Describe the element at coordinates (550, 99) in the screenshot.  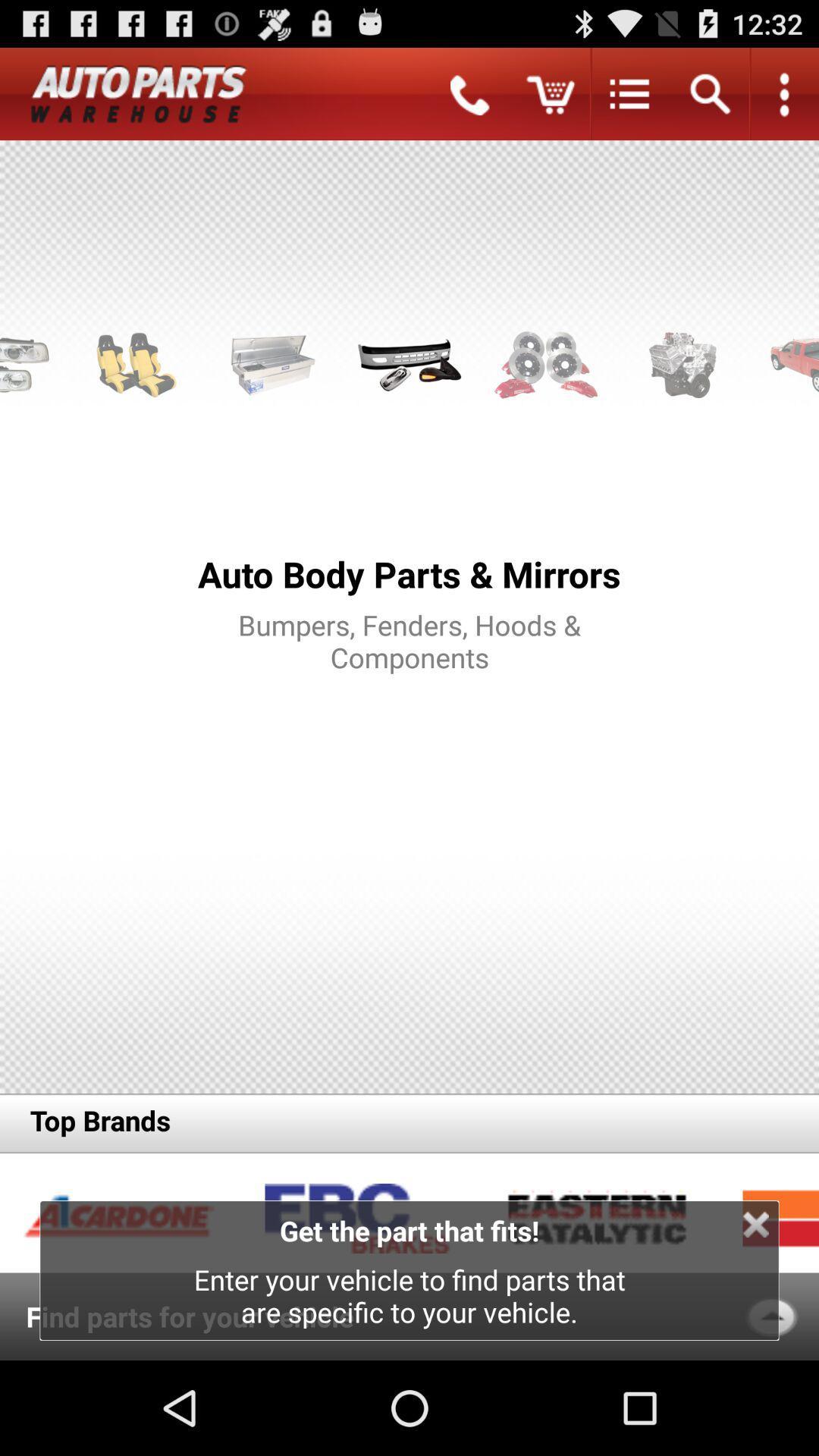
I see `the cart icon` at that location.